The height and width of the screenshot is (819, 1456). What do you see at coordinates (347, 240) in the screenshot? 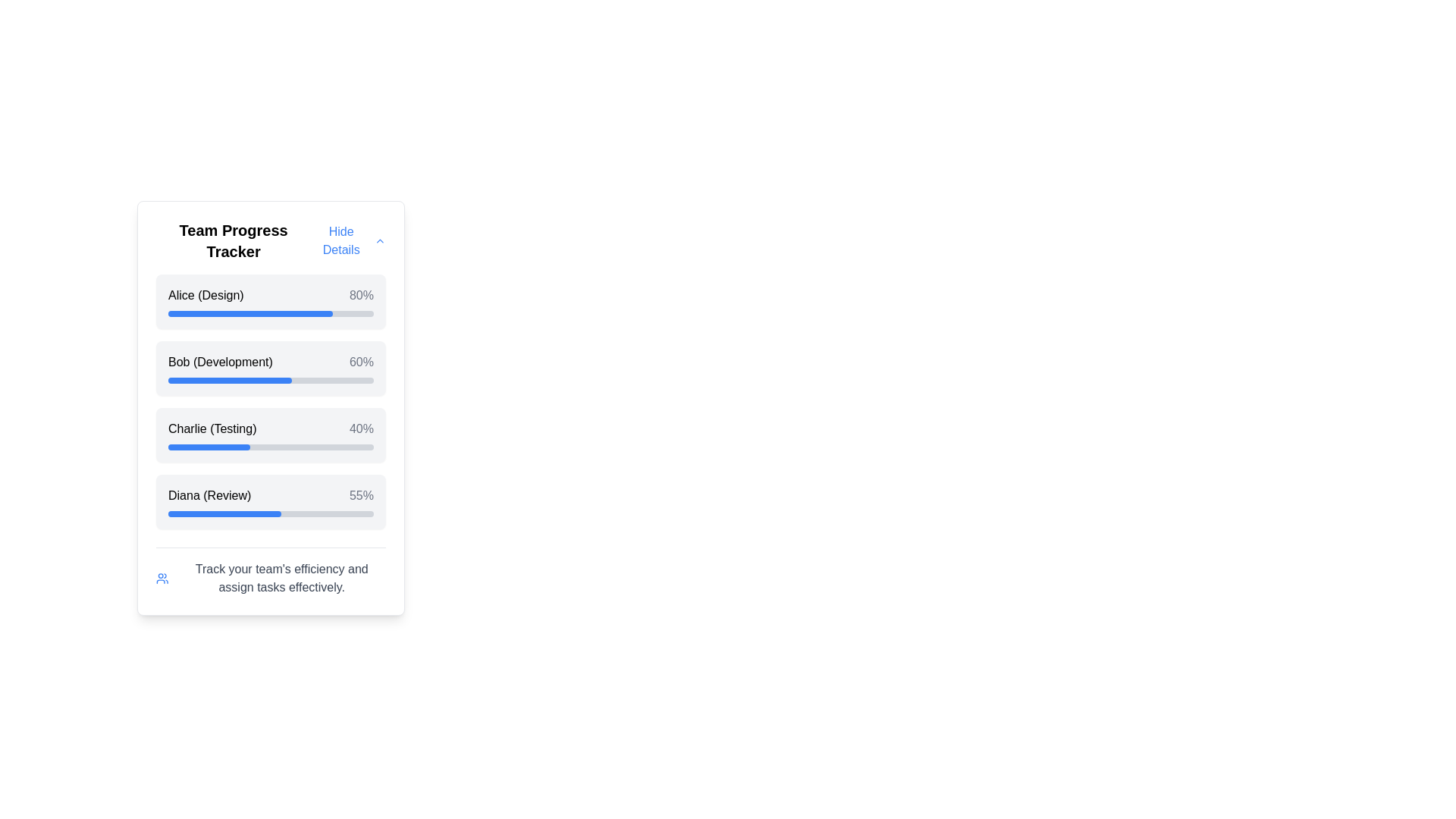
I see `the interactive button labeled 'Hide Details' with a blue text and upward-facing chevron icon located at the top-right corner of the 'Team Progress Tracker' card` at bounding box center [347, 240].